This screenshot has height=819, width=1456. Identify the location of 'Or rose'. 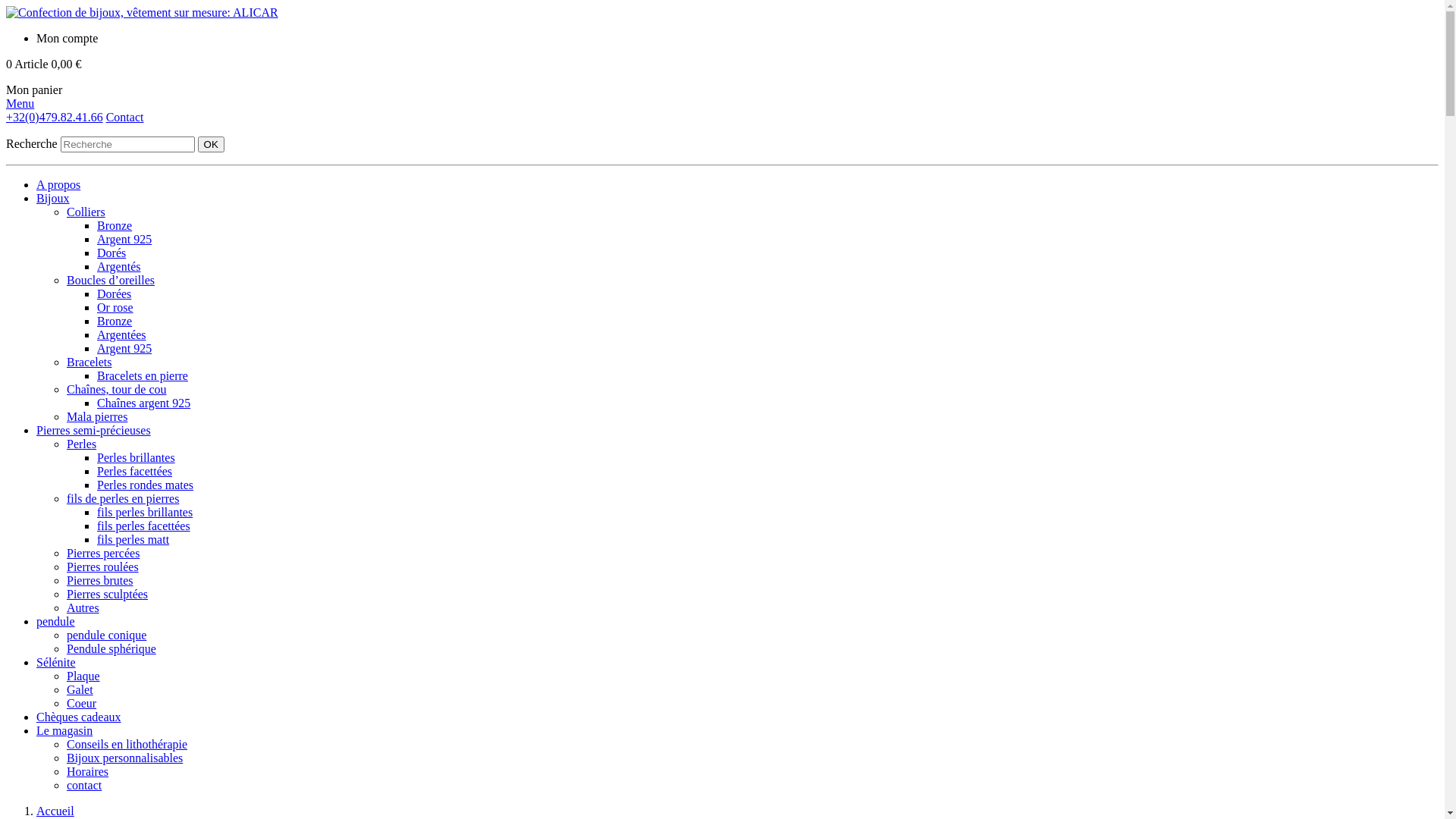
(96, 307).